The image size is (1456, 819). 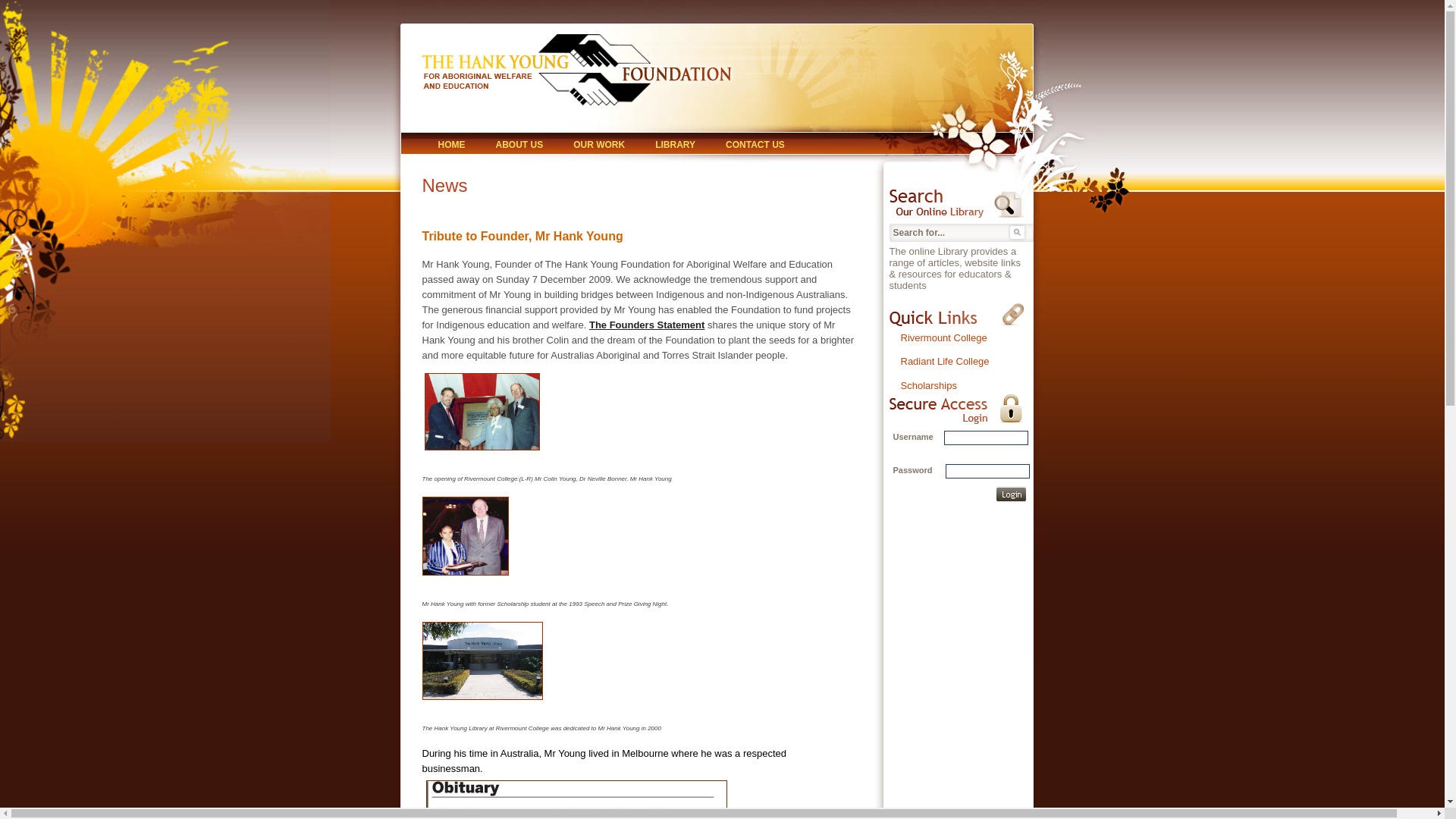 I want to click on 'OUR WORK', so click(x=598, y=145).